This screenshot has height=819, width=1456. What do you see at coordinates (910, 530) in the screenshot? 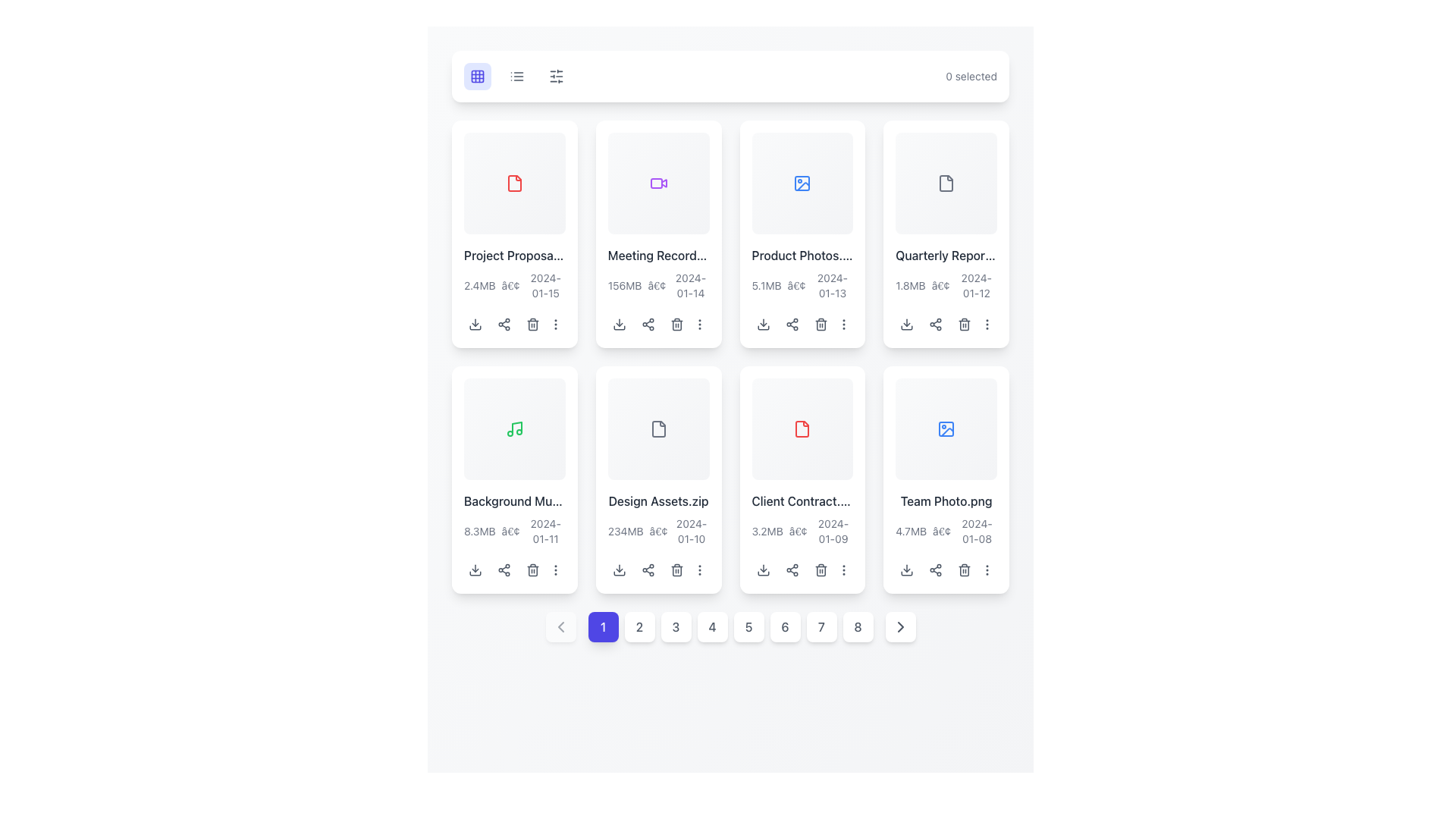
I see `the static text label displaying '4.7MB' located in the lower part of the card labeled 'Team Photo.png'` at bounding box center [910, 530].